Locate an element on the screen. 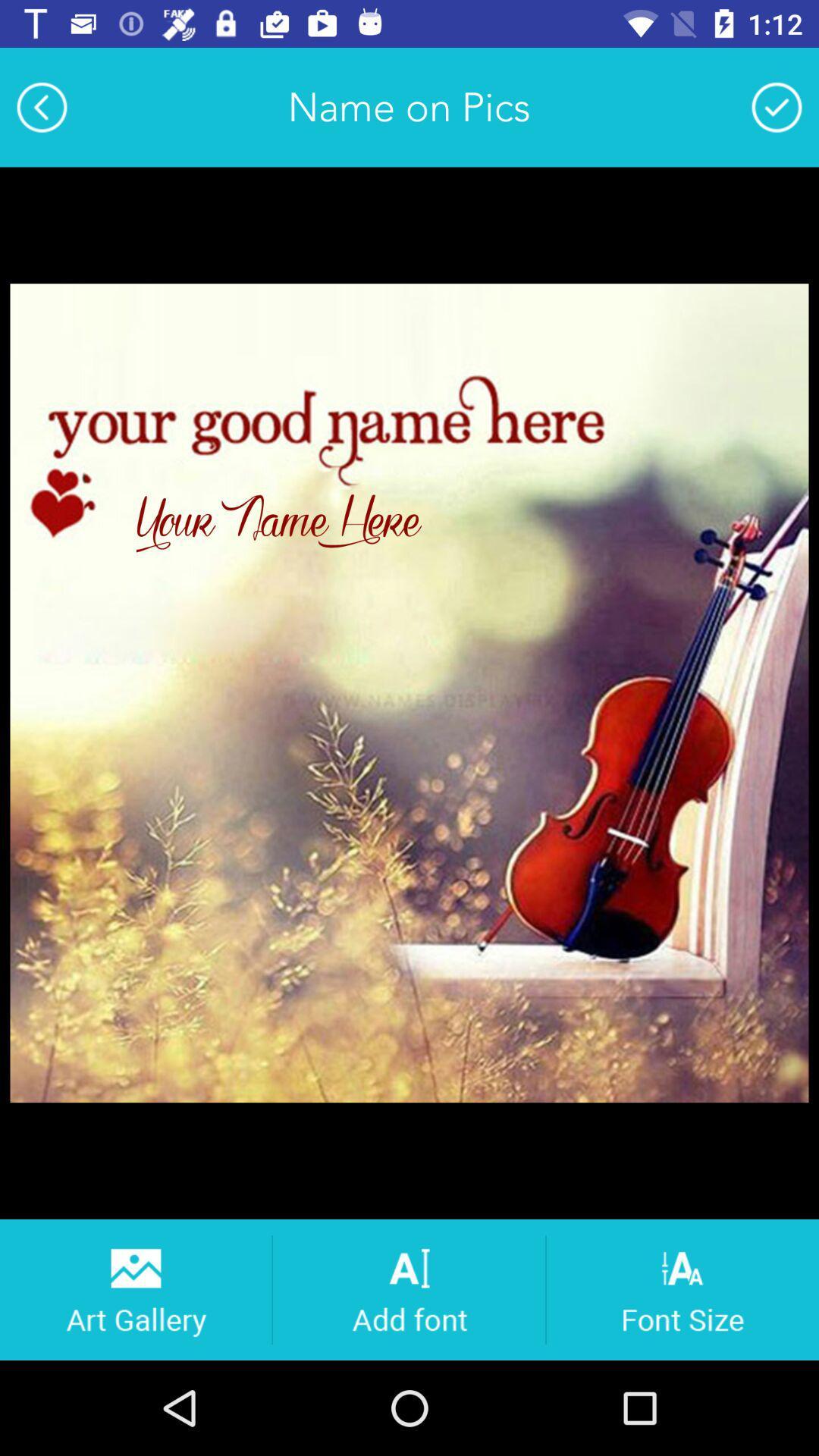 This screenshot has height=1456, width=819. photos is located at coordinates (134, 1288).